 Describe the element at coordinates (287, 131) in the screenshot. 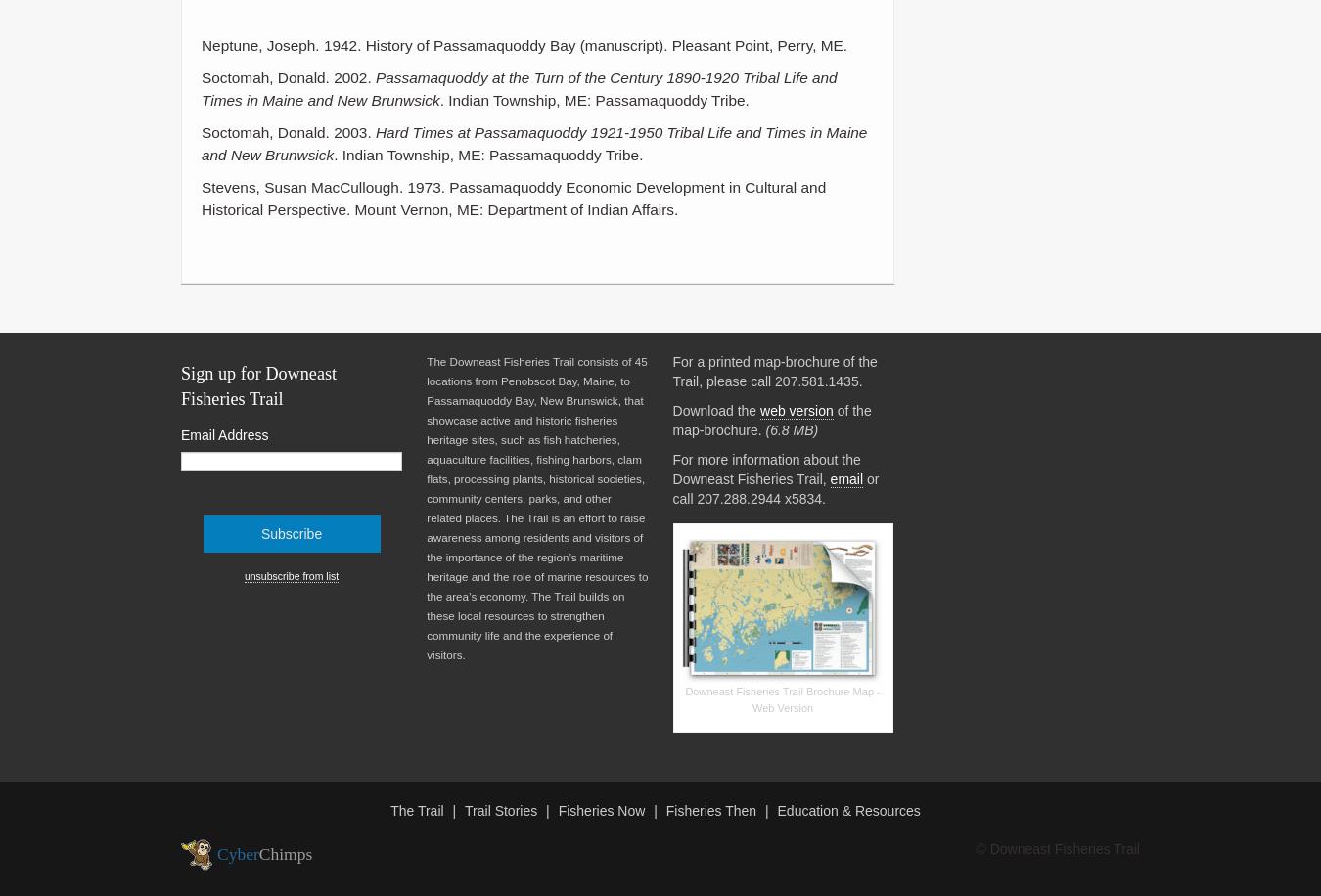

I see `'Soctomah, Donald. 2003.'` at that location.